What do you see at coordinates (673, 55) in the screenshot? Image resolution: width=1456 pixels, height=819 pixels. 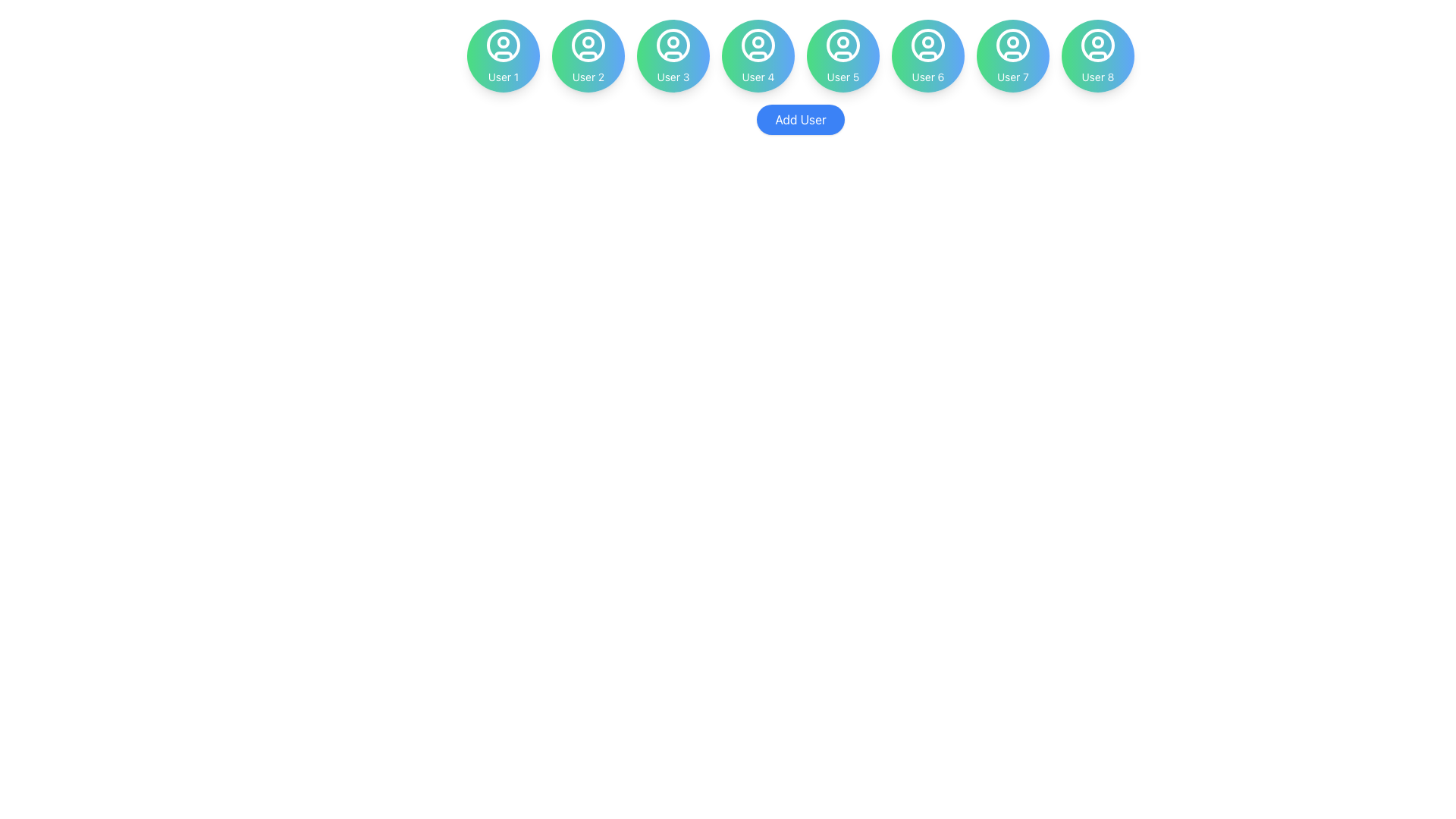 I see `the circular user profile button labeled 'User 3'` at bounding box center [673, 55].